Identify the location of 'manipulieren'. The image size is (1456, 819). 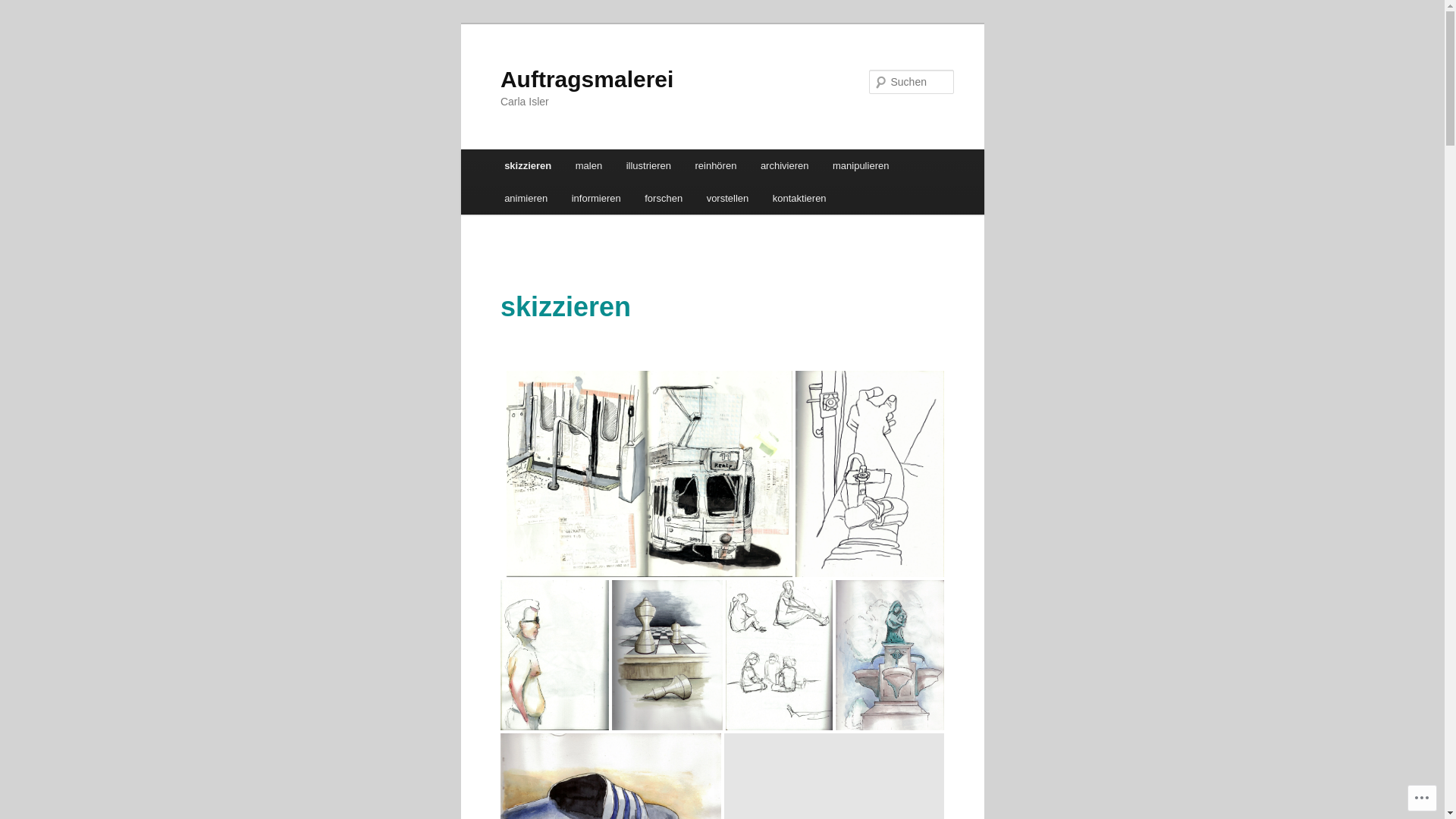
(819, 165).